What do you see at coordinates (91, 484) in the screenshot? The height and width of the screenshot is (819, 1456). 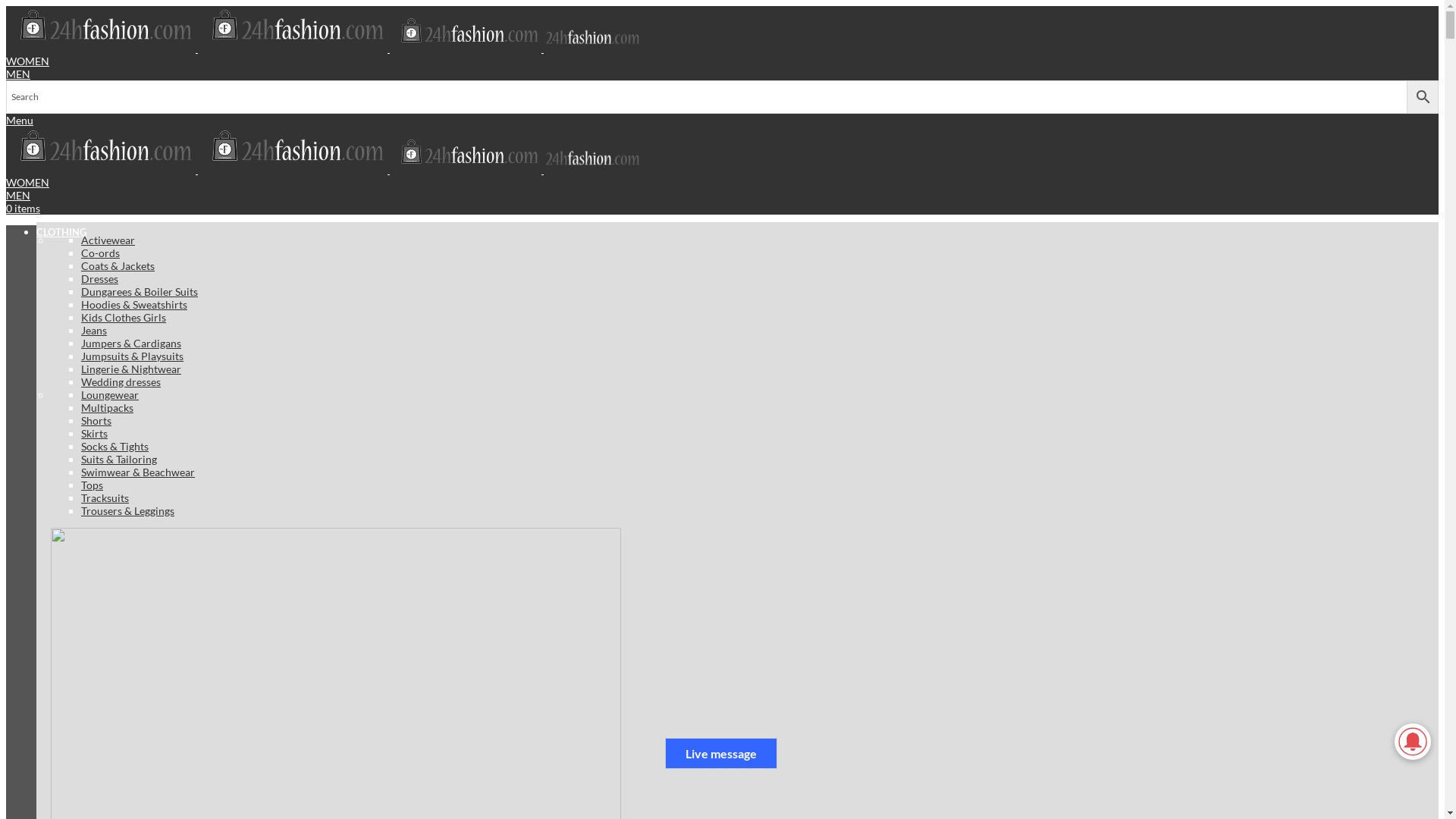 I see `'Tops'` at bounding box center [91, 484].